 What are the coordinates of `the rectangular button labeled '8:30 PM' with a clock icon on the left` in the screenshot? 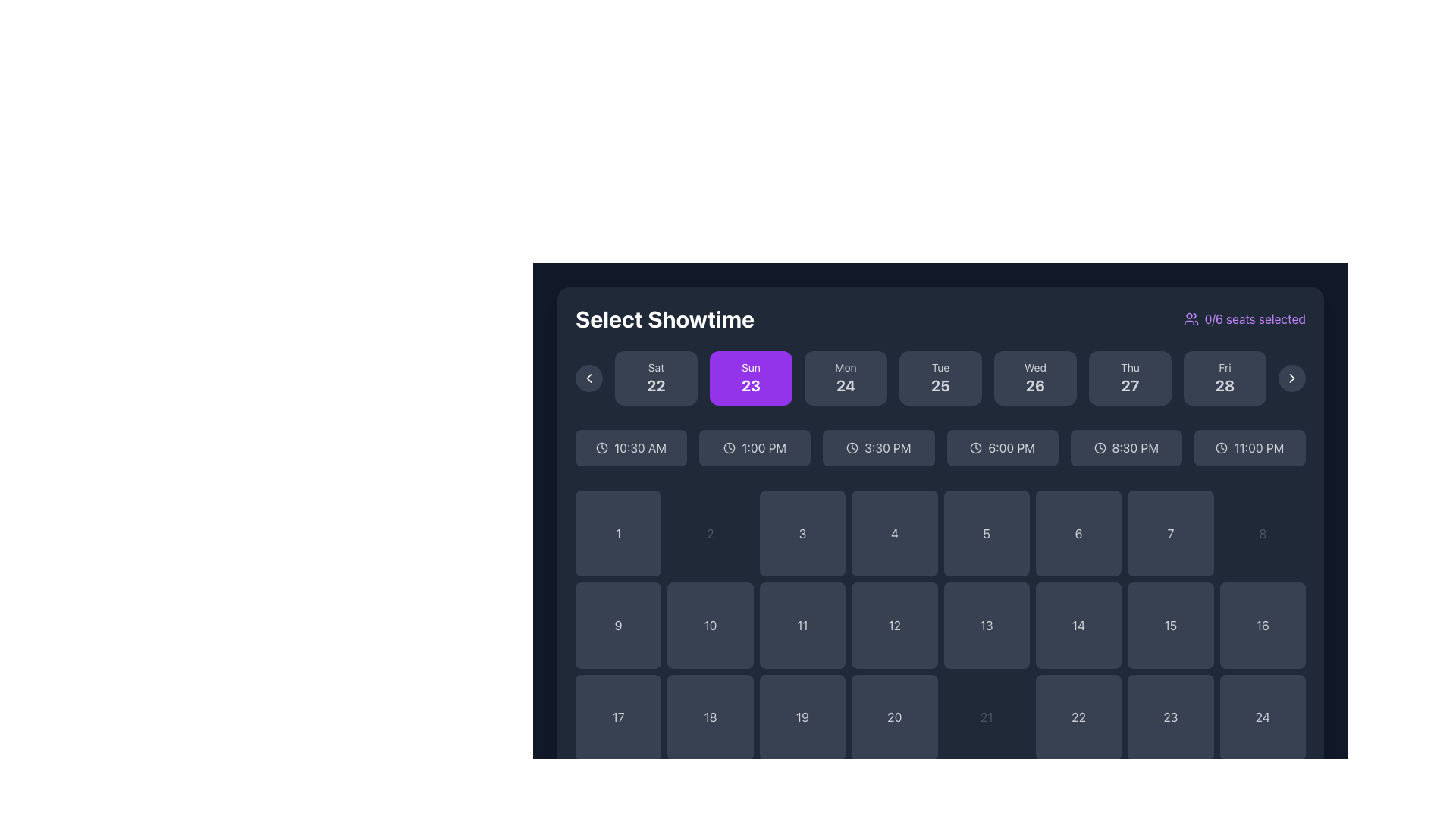 It's located at (1126, 447).